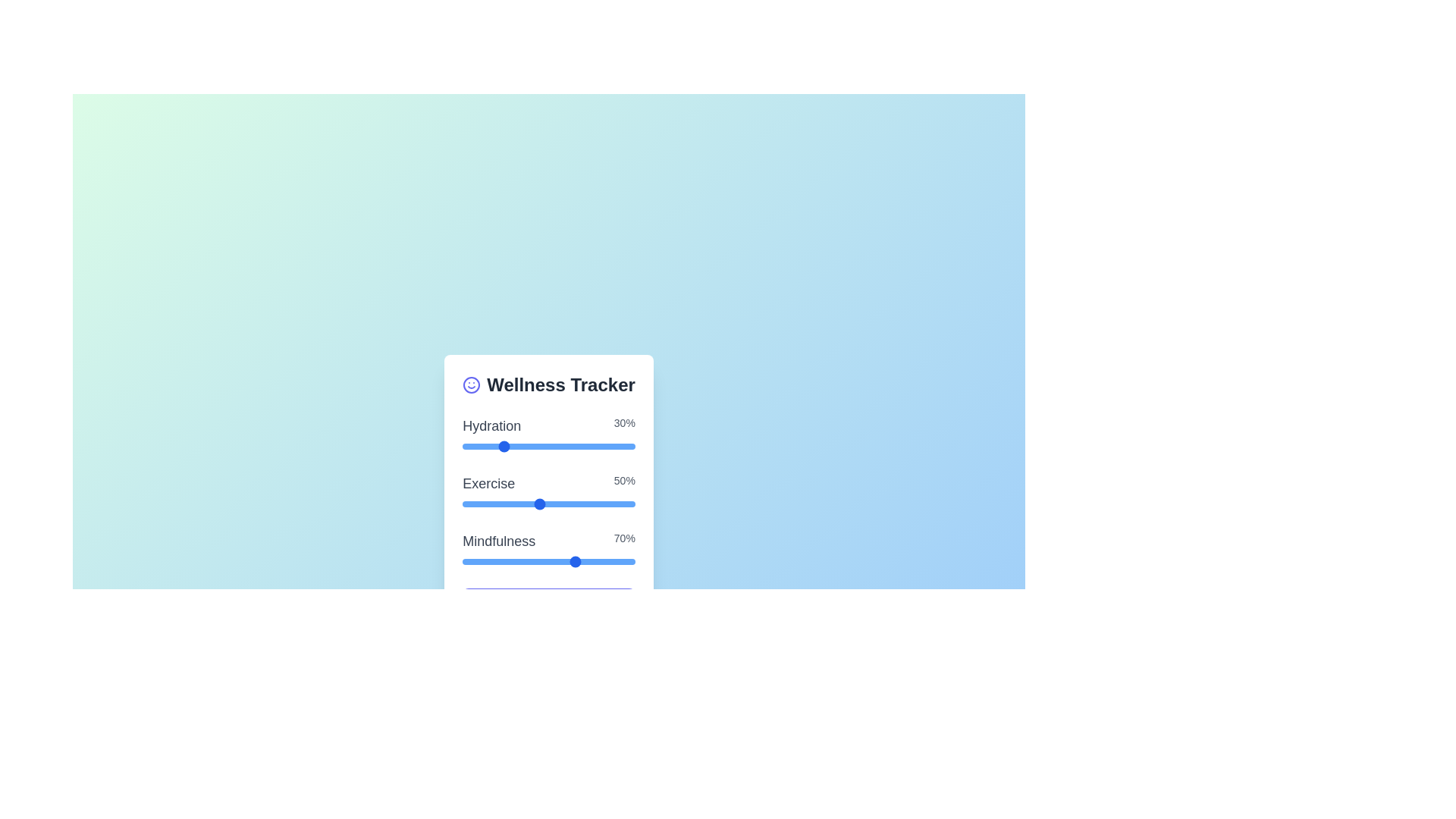  What do you see at coordinates (519, 504) in the screenshot?
I see `the 'Exercise' slider to set its value to 4` at bounding box center [519, 504].